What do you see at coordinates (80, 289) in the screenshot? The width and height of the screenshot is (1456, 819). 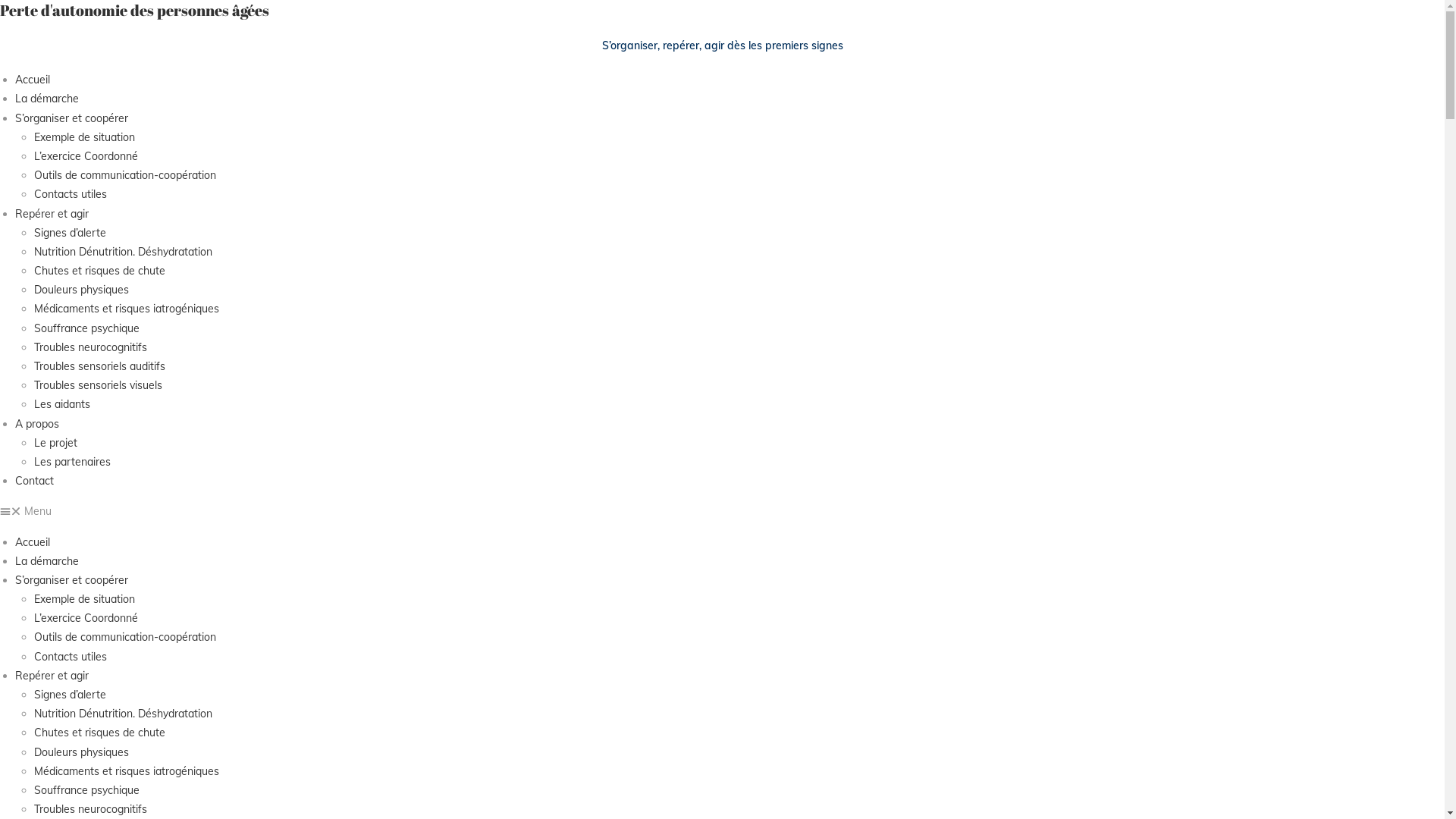 I see `'Douleurs physiques'` at bounding box center [80, 289].